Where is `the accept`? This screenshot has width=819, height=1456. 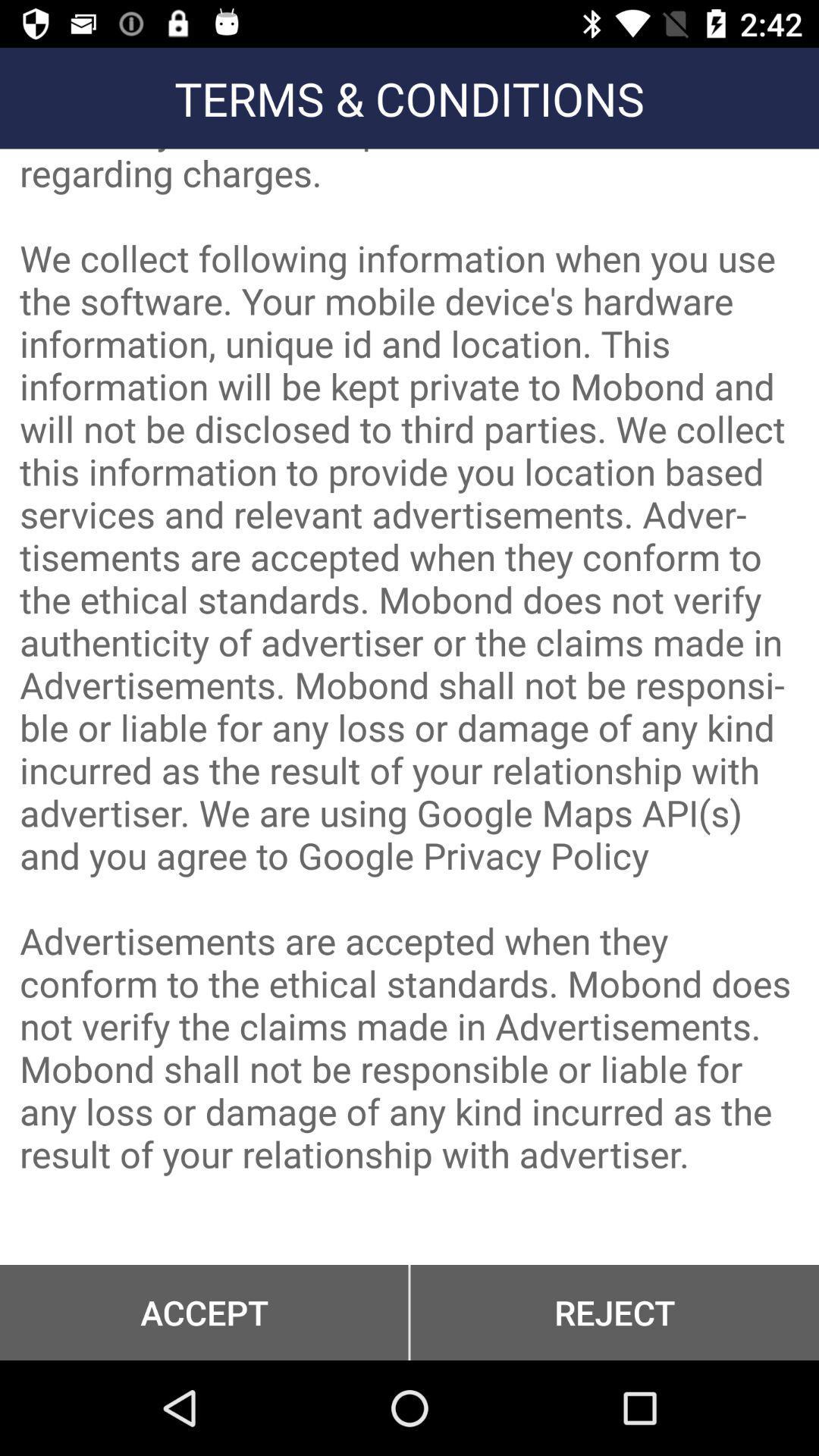
the accept is located at coordinates (203, 1312).